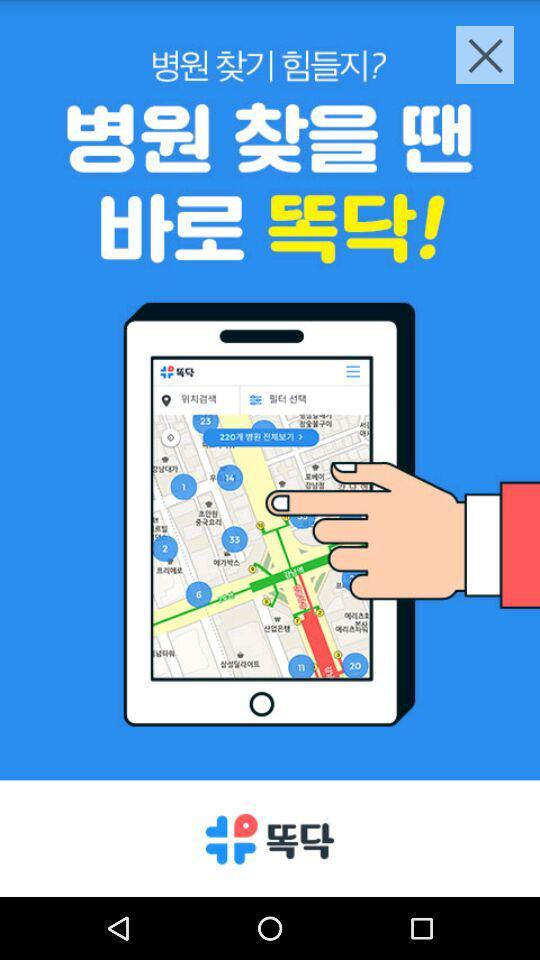  What do you see at coordinates (483, 58) in the screenshot?
I see `the close icon` at bounding box center [483, 58].